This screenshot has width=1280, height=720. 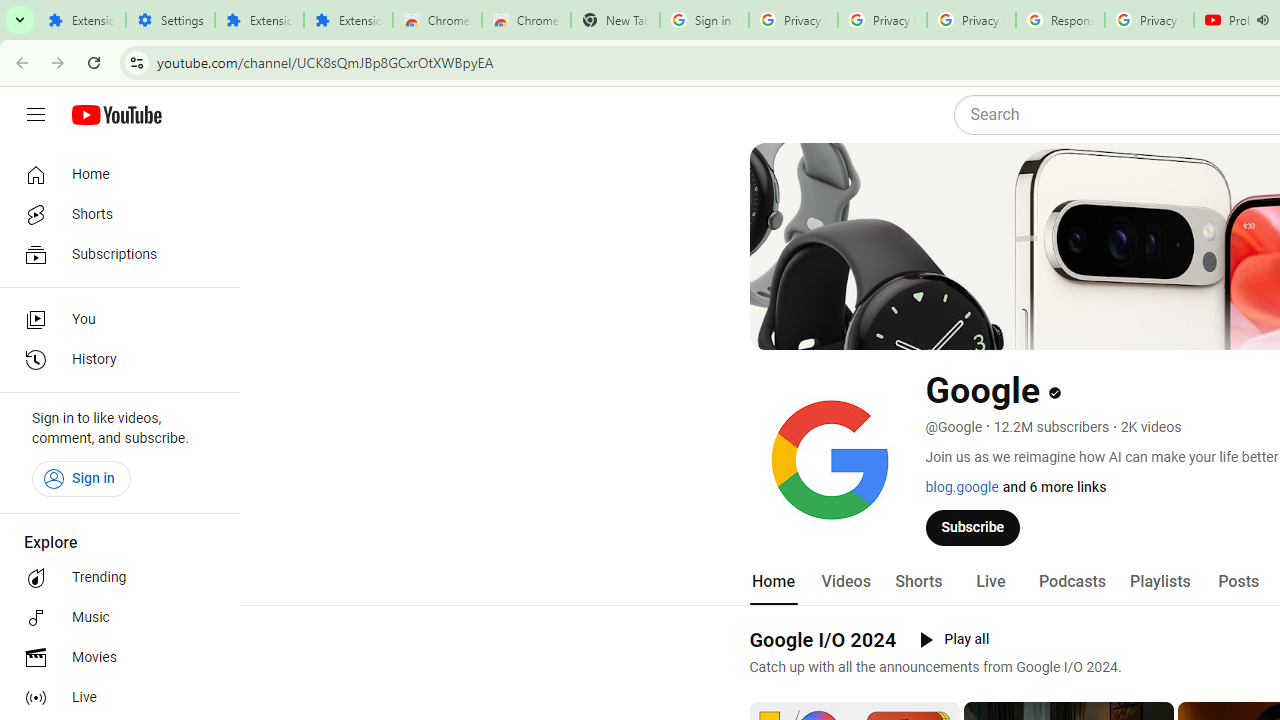 What do you see at coordinates (1071, 581) in the screenshot?
I see `'Podcasts'` at bounding box center [1071, 581].